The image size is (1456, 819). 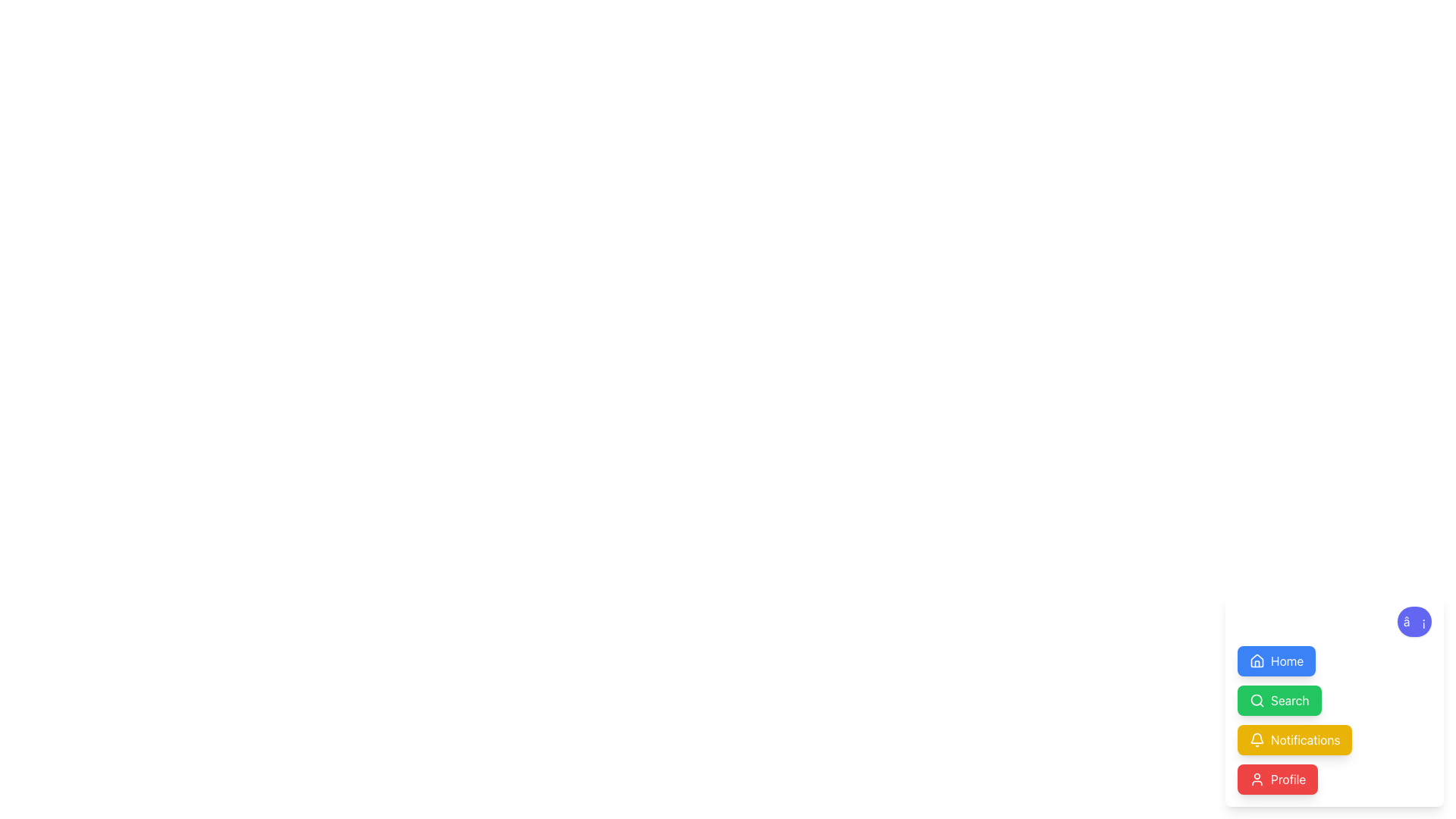 I want to click on the search icon located within the green rectangular button labeled 'Search', which is the second element in the vertical menu group, so click(x=1257, y=701).